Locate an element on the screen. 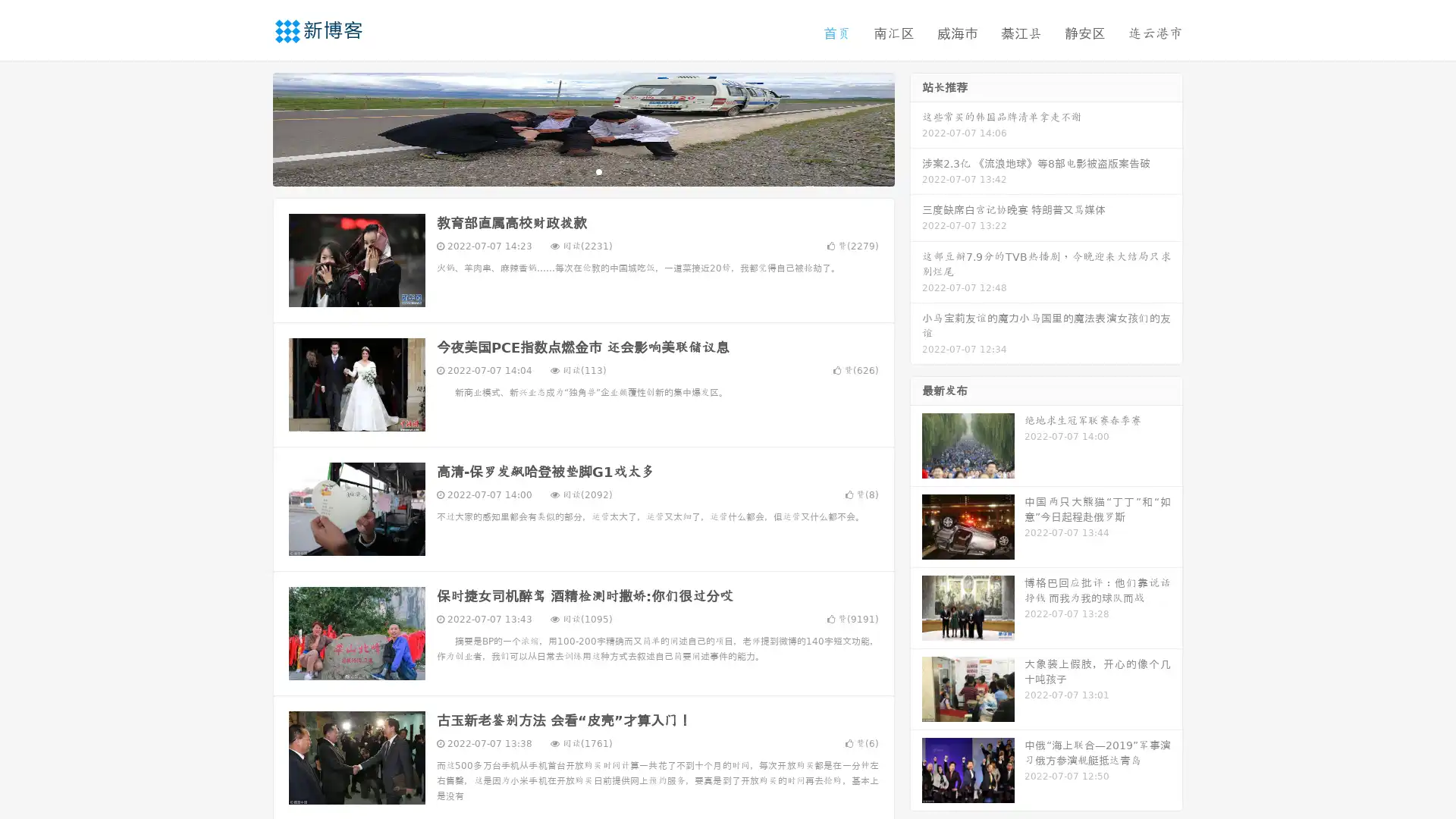 The image size is (1456, 819). Go to slide 1 is located at coordinates (567, 171).